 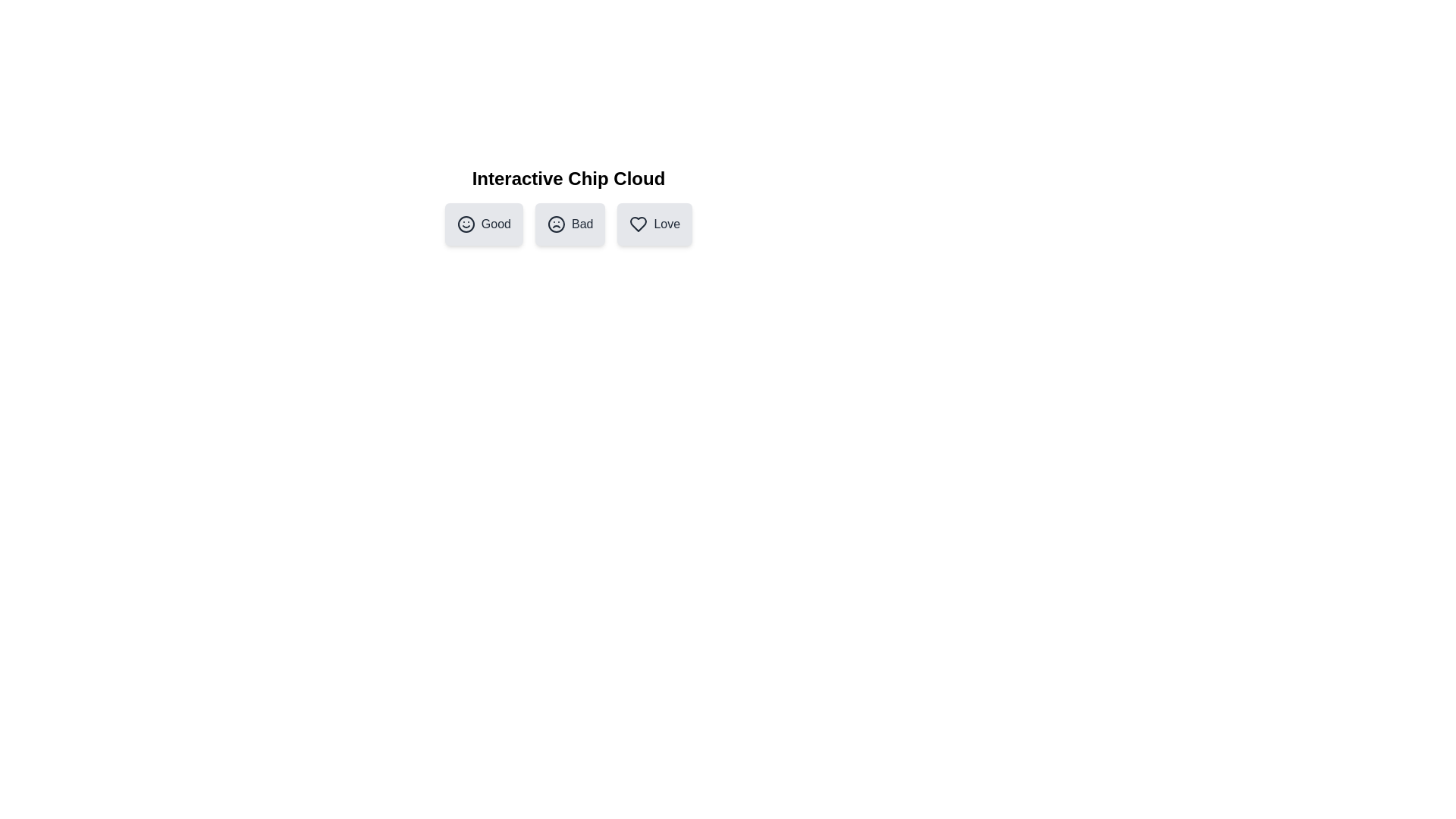 What do you see at coordinates (483, 224) in the screenshot?
I see `the chip labeled Good to activate it` at bounding box center [483, 224].